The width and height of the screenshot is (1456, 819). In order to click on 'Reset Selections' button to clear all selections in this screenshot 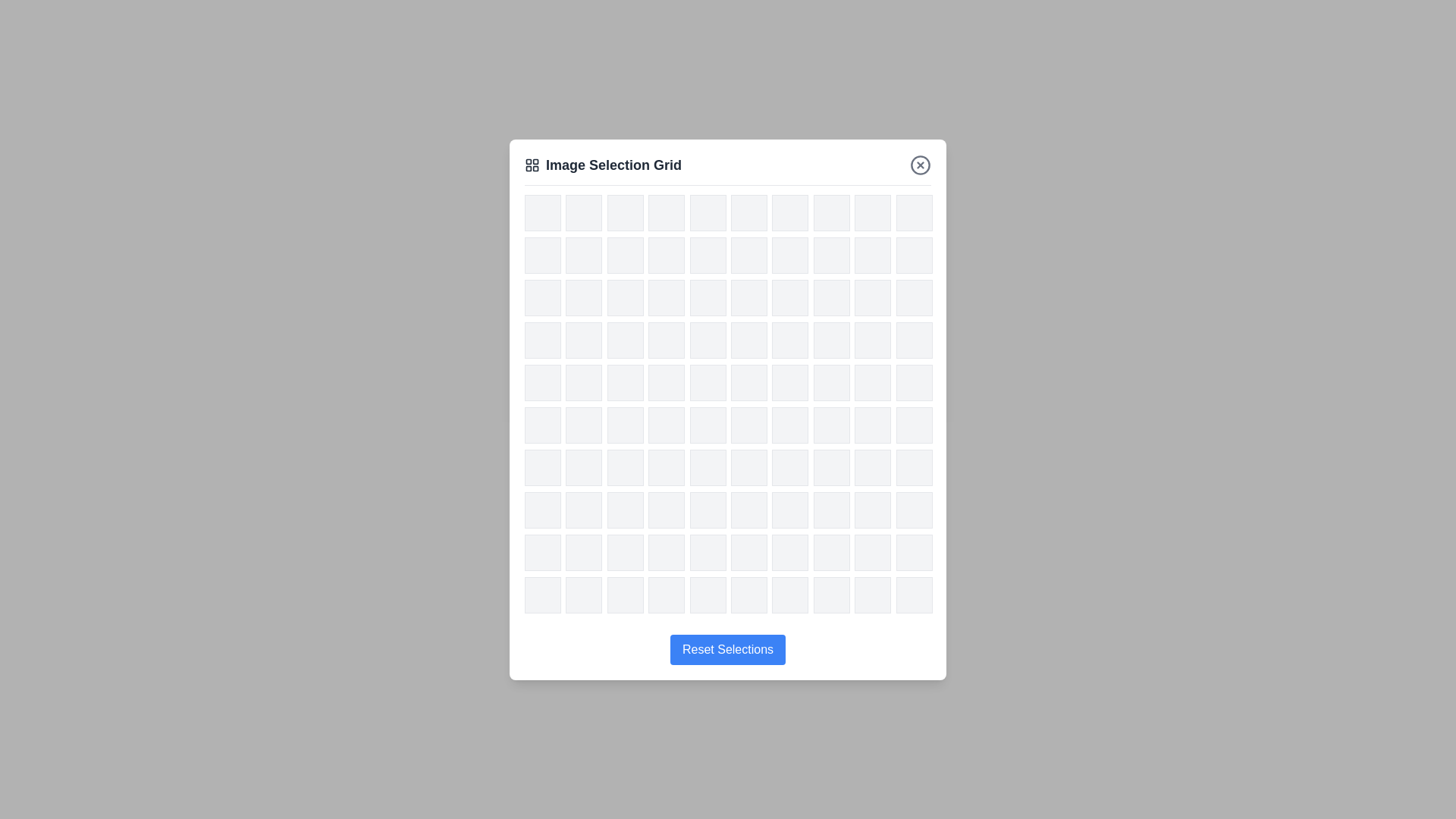, I will do `click(728, 648)`.